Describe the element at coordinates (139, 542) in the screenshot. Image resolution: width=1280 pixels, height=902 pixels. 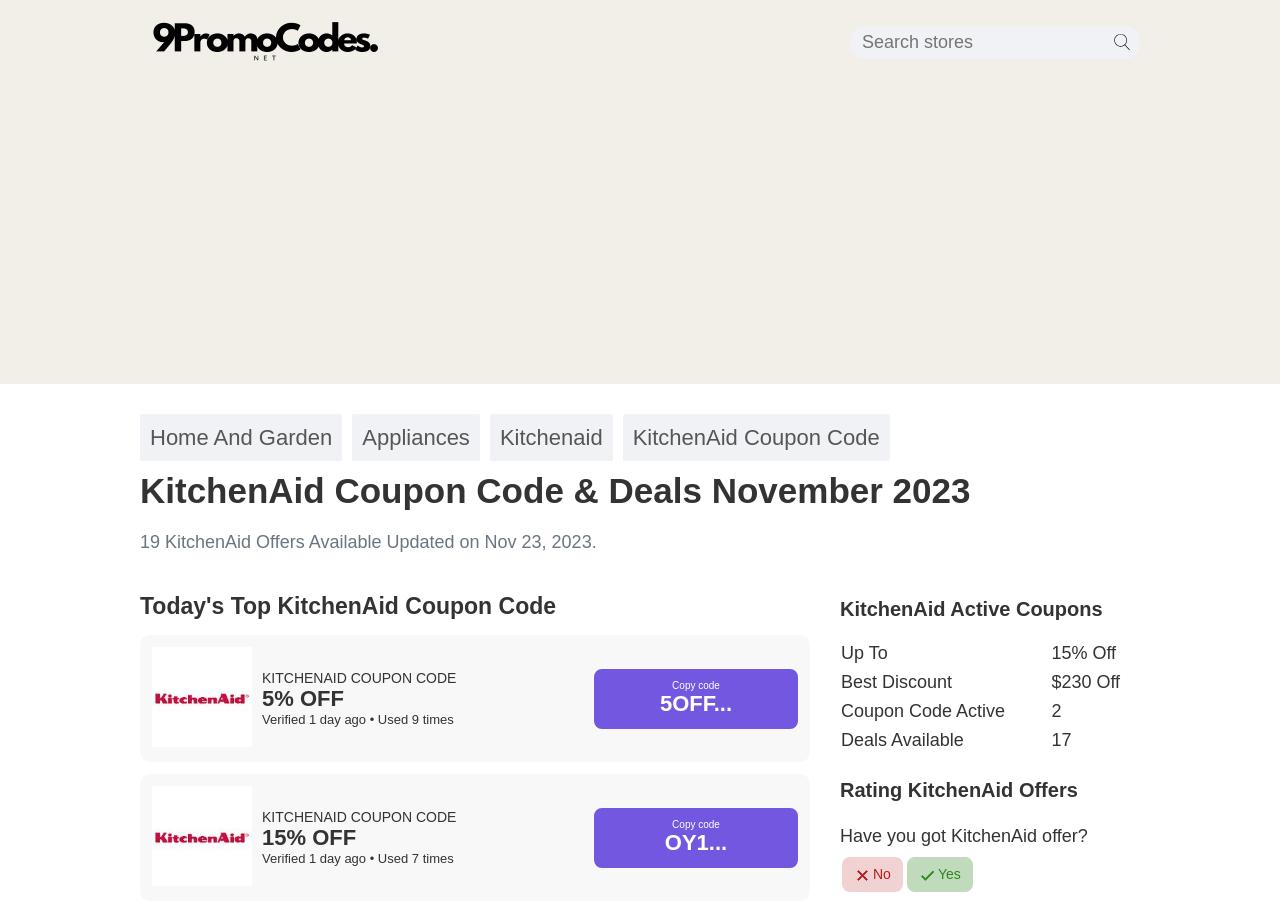
I see `'19 KitchenAid Offers Available Updated on Nov 23, 2023.'` at that location.